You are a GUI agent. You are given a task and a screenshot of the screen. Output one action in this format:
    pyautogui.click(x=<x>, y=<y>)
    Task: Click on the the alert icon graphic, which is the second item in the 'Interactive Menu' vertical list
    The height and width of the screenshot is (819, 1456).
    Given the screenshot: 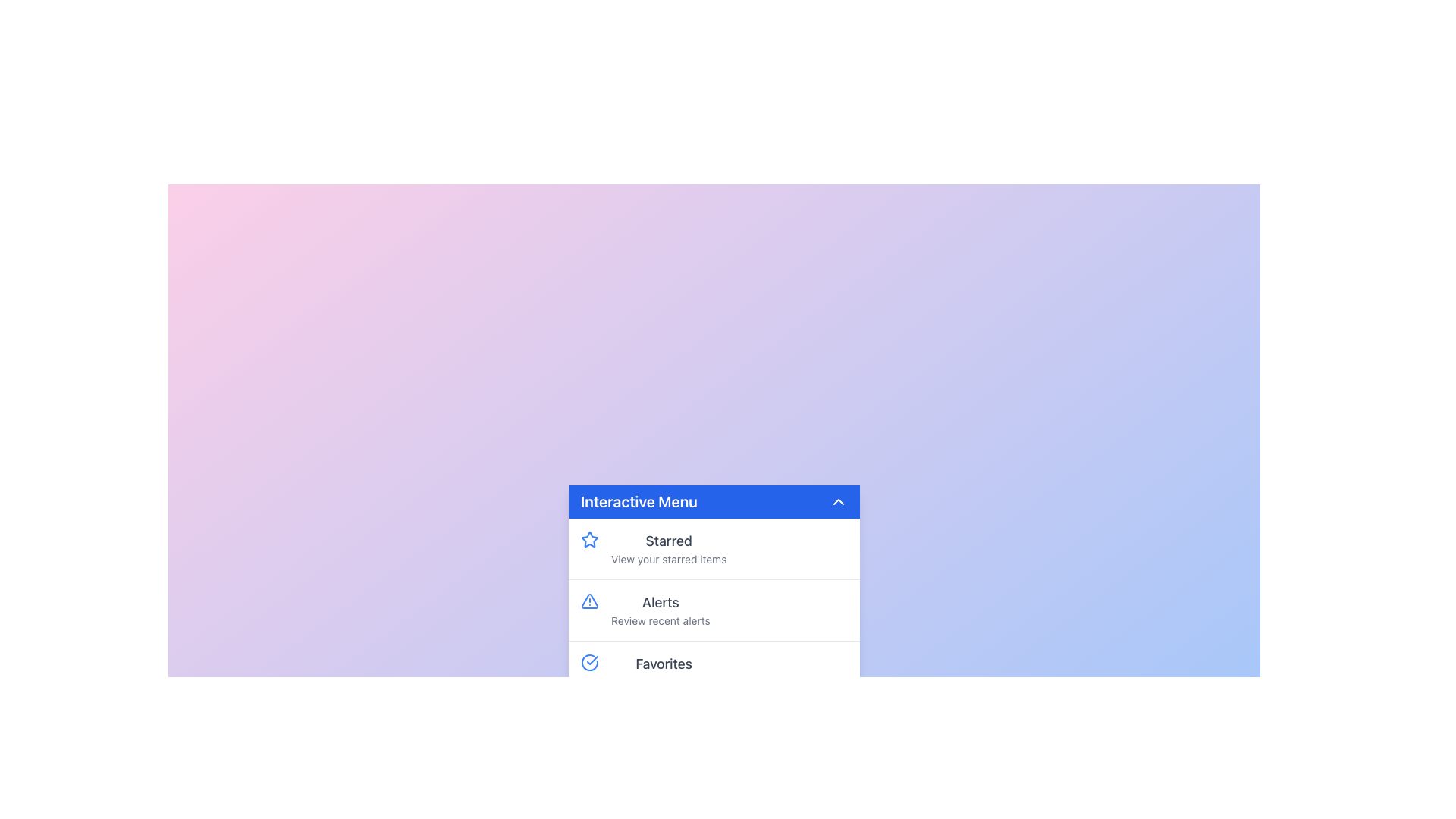 What is the action you would take?
    pyautogui.click(x=588, y=600)
    